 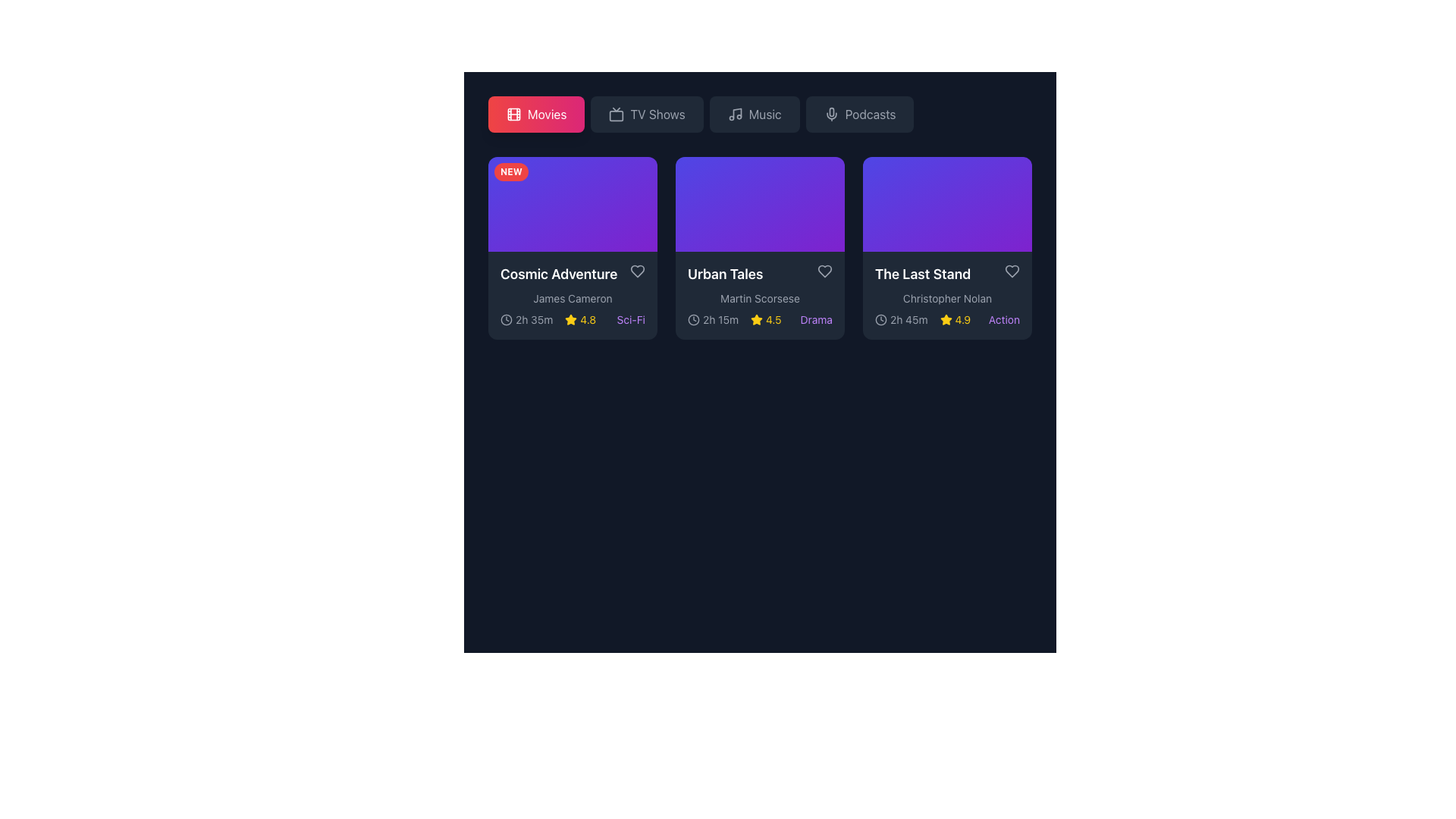 What do you see at coordinates (617, 113) in the screenshot?
I see `the 'TV Shows' button which contains a small gray TV icon` at bounding box center [617, 113].